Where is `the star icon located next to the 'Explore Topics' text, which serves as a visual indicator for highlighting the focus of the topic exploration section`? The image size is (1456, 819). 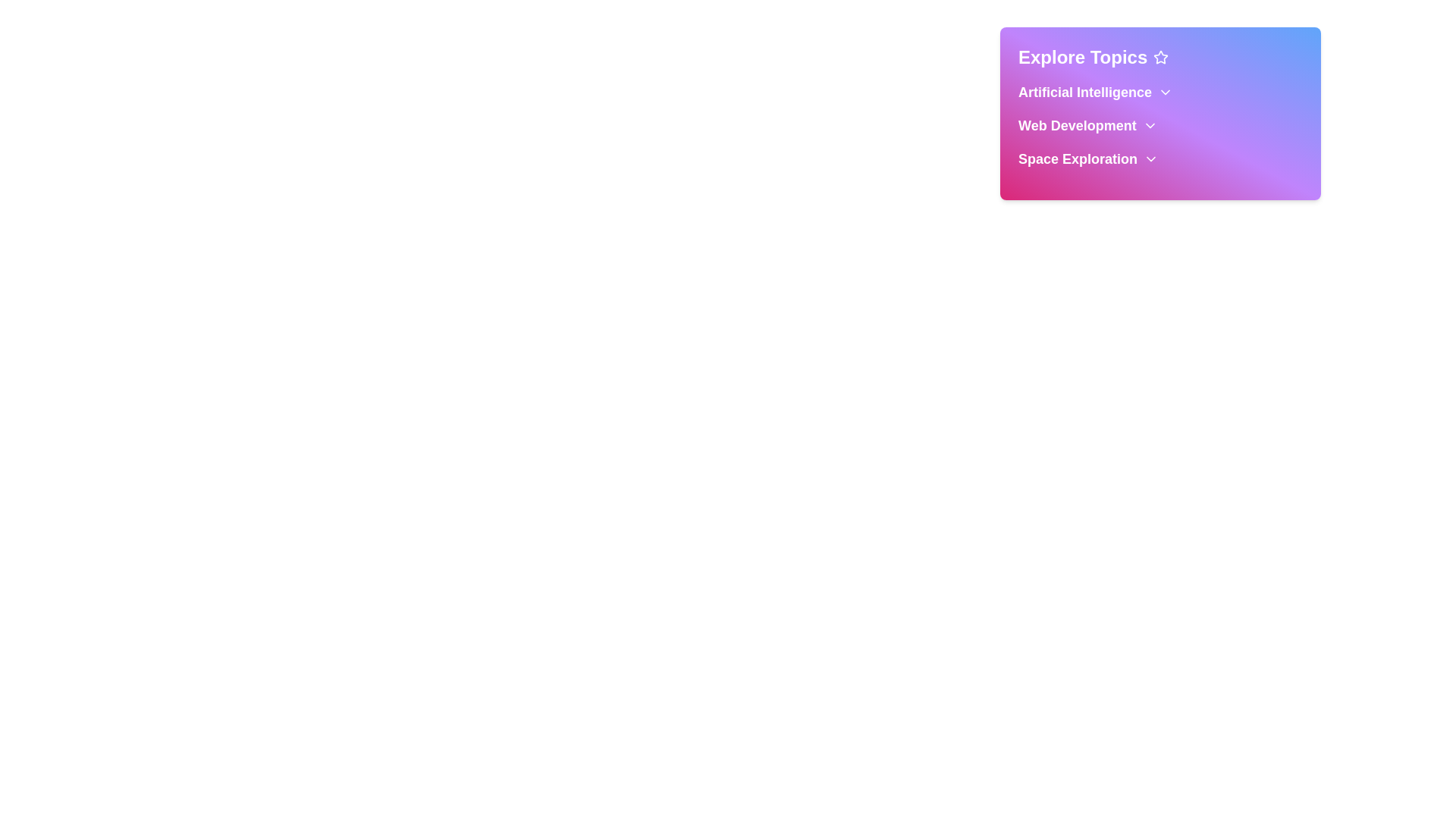 the star icon located next to the 'Explore Topics' text, which serves as a visual indicator for highlighting the focus of the topic exploration section is located at coordinates (1160, 57).